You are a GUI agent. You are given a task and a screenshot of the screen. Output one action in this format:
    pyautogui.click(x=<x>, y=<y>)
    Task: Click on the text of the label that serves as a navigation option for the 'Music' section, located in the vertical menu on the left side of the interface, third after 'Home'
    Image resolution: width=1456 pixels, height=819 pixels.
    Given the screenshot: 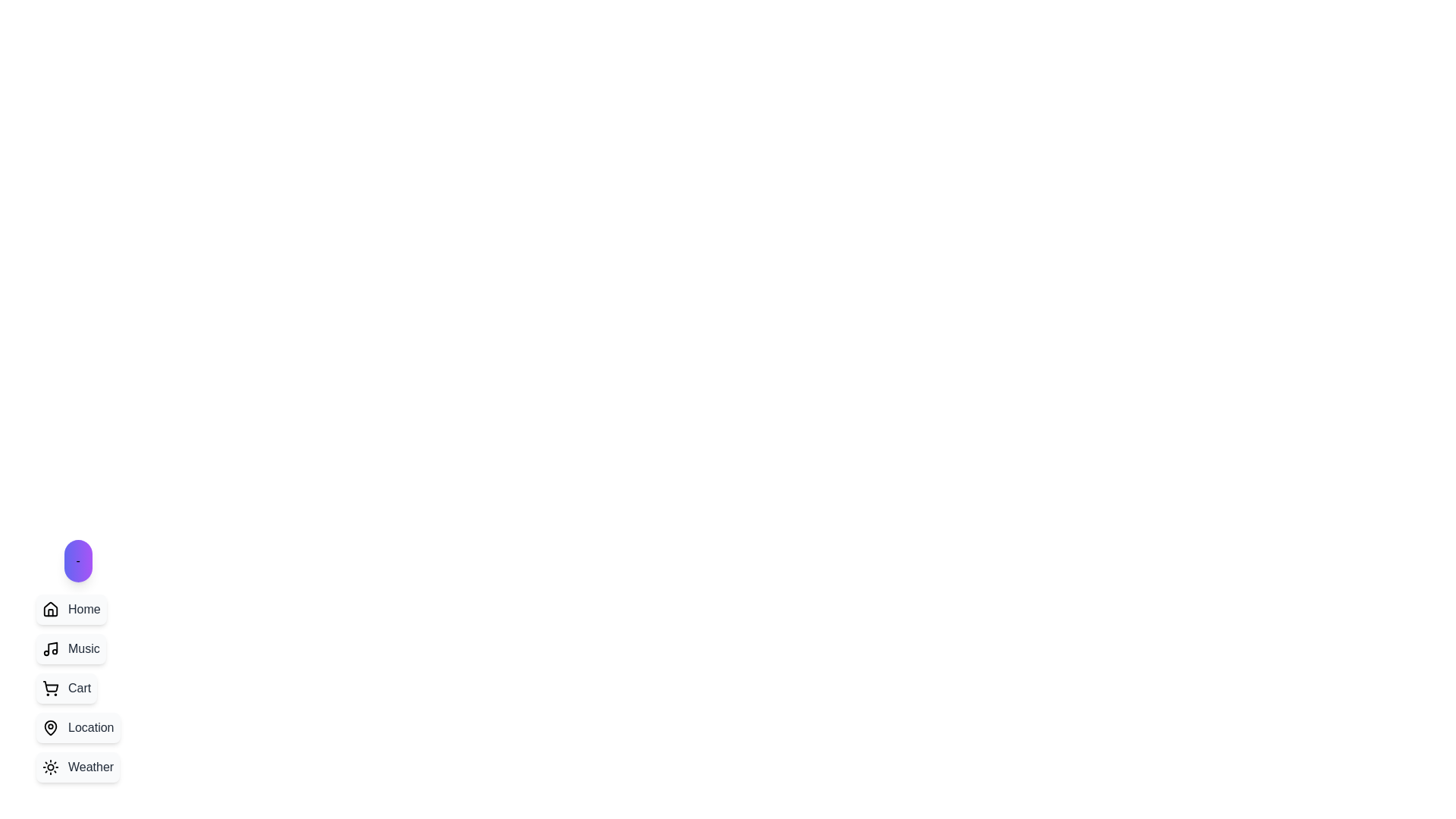 What is the action you would take?
    pyautogui.click(x=83, y=648)
    